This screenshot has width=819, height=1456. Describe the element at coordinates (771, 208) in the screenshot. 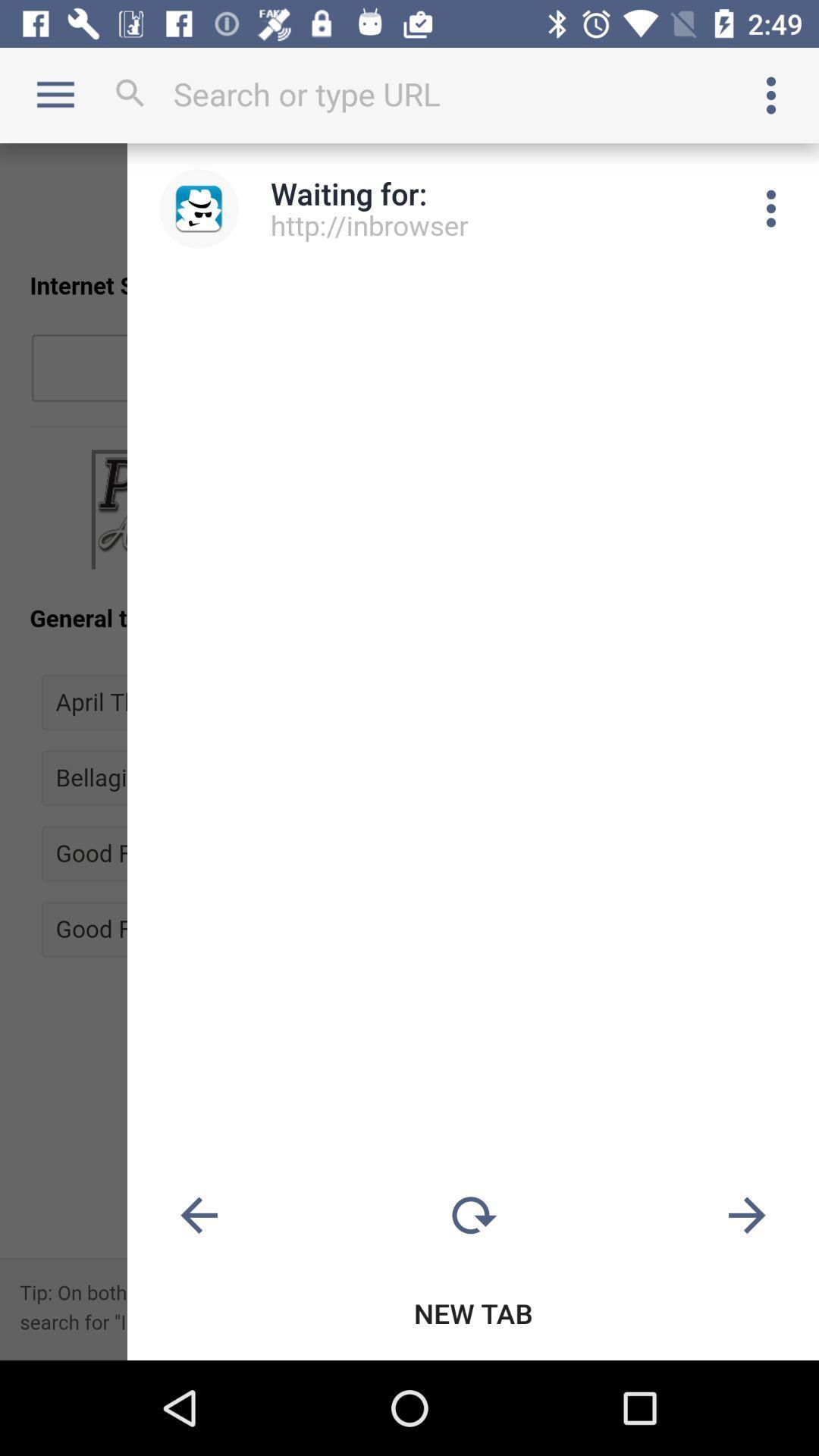

I see `the icon next to the http://inbrowser` at that location.